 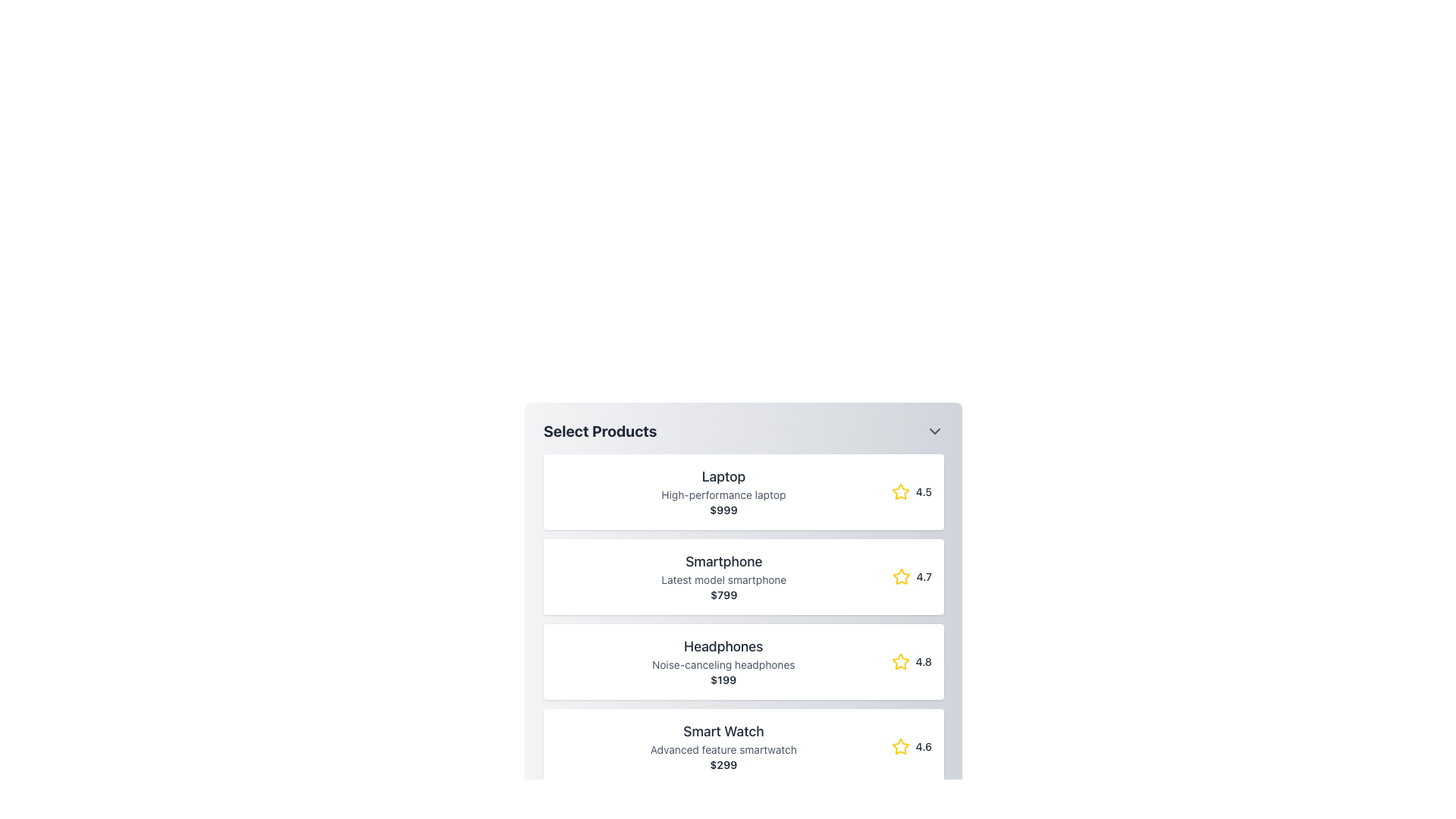 What do you see at coordinates (743, 620) in the screenshot?
I see `the second item in the 'Select Products' list` at bounding box center [743, 620].